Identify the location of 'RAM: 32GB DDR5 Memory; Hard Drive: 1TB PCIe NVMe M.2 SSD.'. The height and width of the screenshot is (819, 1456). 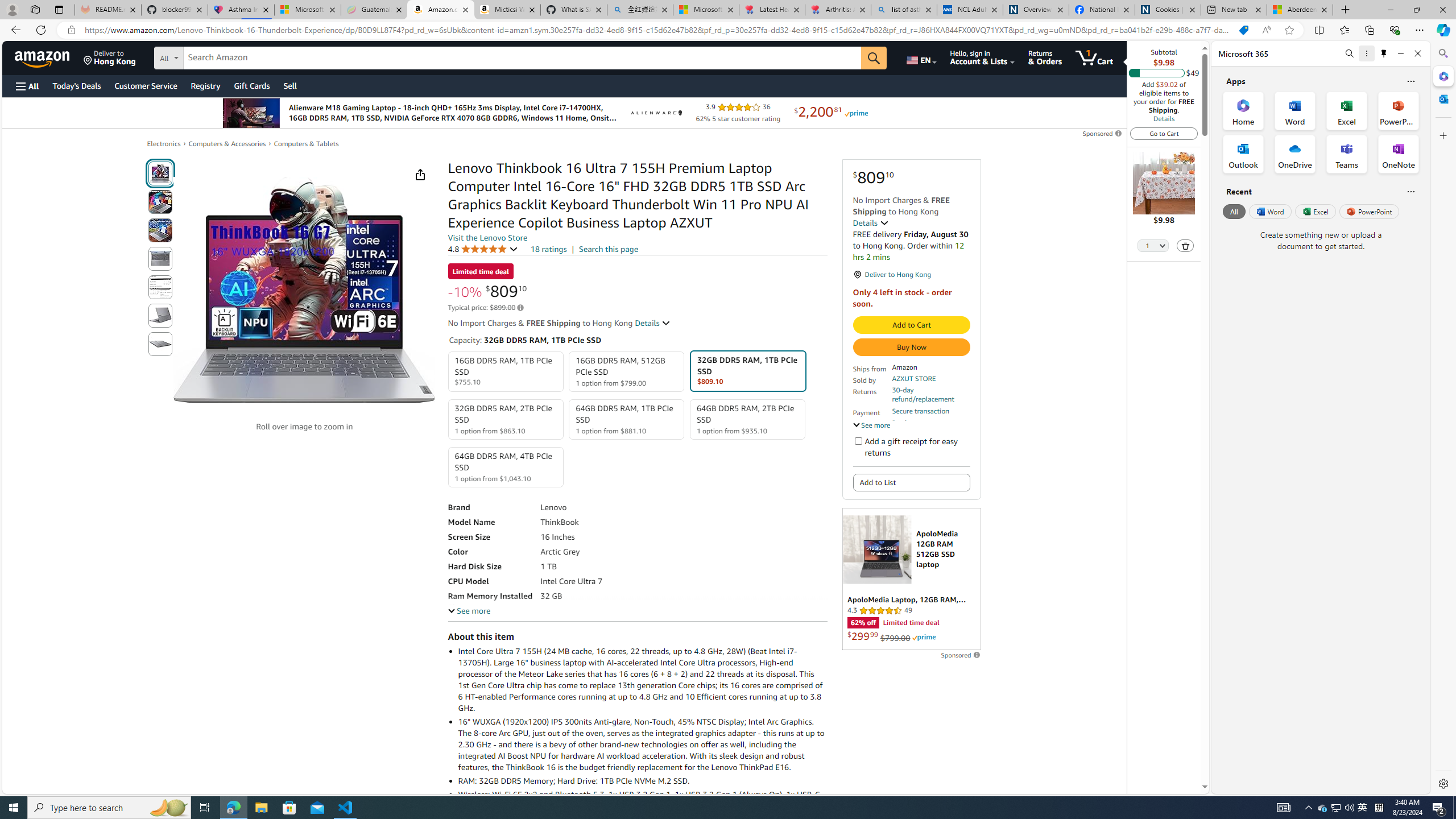
(642, 780).